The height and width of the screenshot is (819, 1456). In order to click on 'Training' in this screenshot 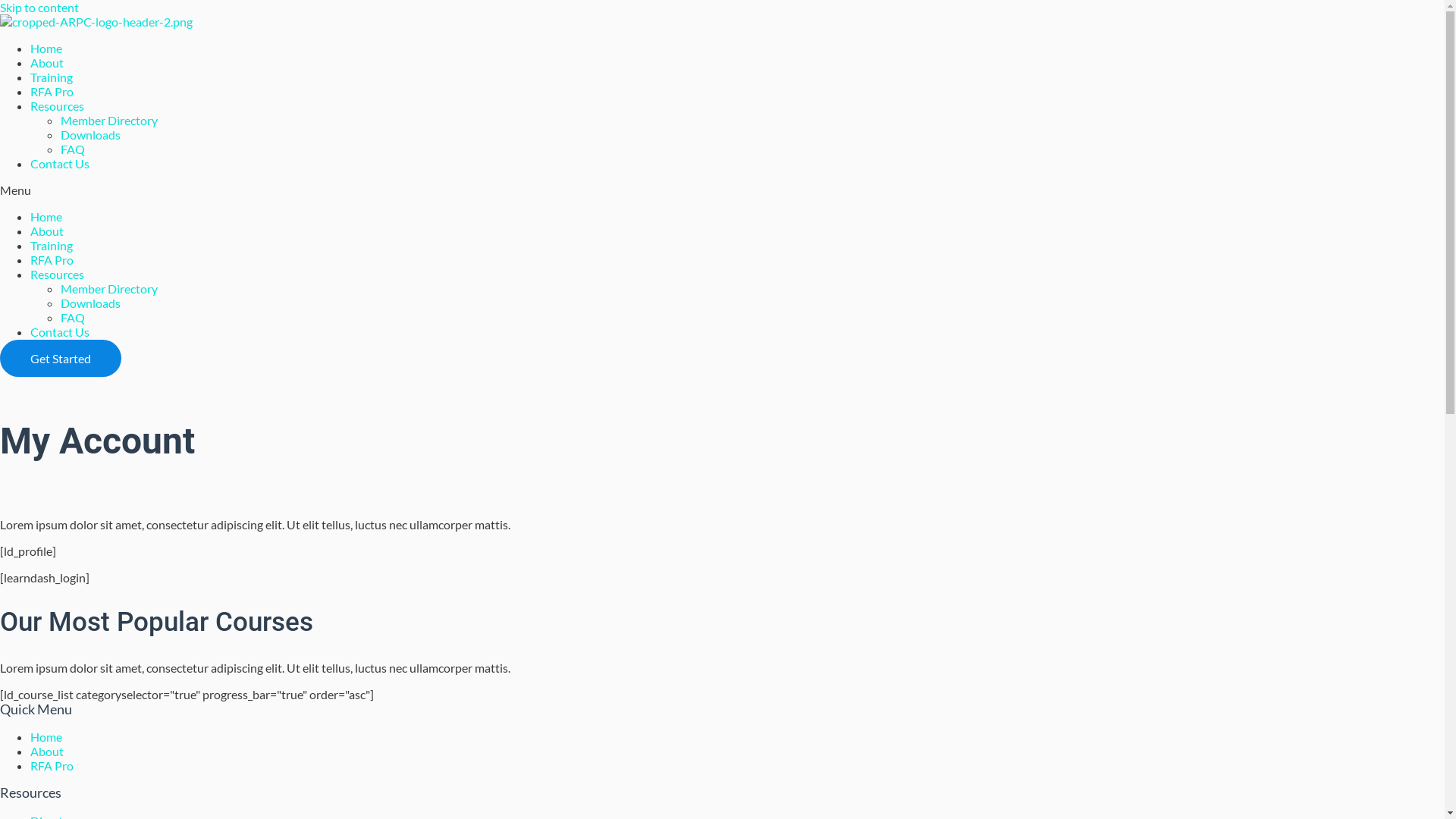, I will do `click(30, 77)`.